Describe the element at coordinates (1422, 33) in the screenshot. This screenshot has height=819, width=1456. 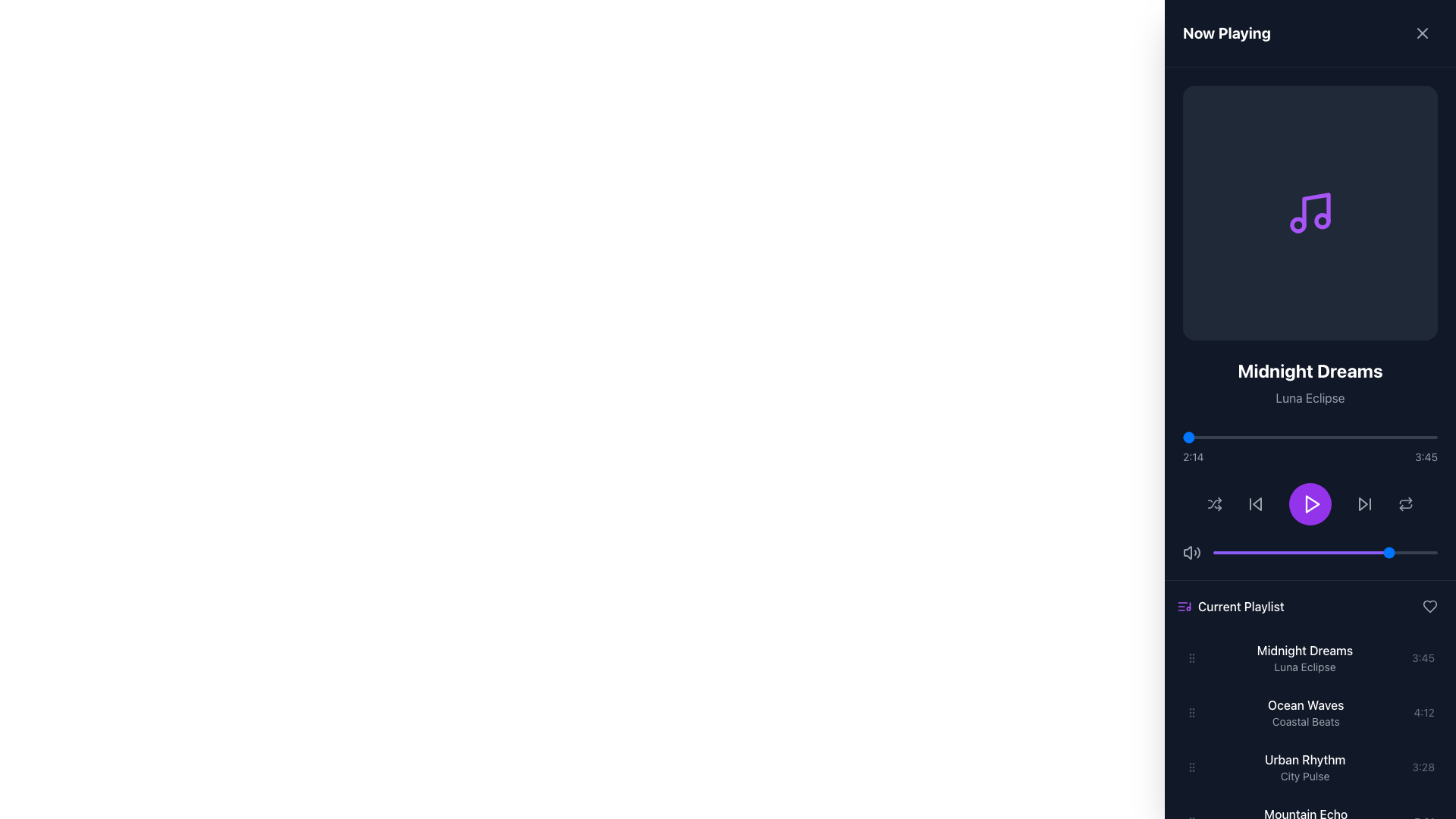
I see `the close button located at the top-right corner of the 'Now Playing' section to observe its hover state` at that location.